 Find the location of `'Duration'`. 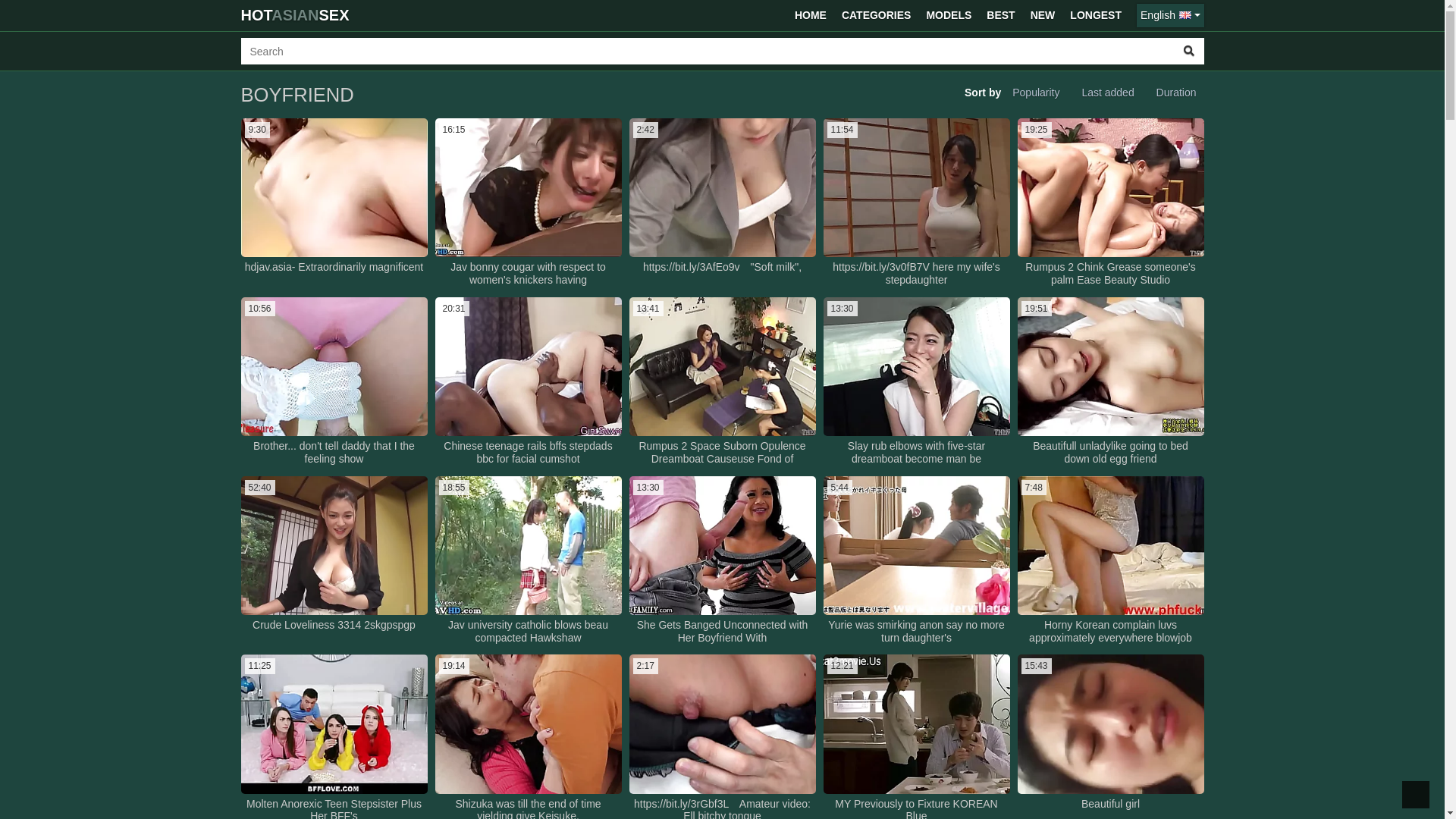

'Duration' is located at coordinates (1175, 93).